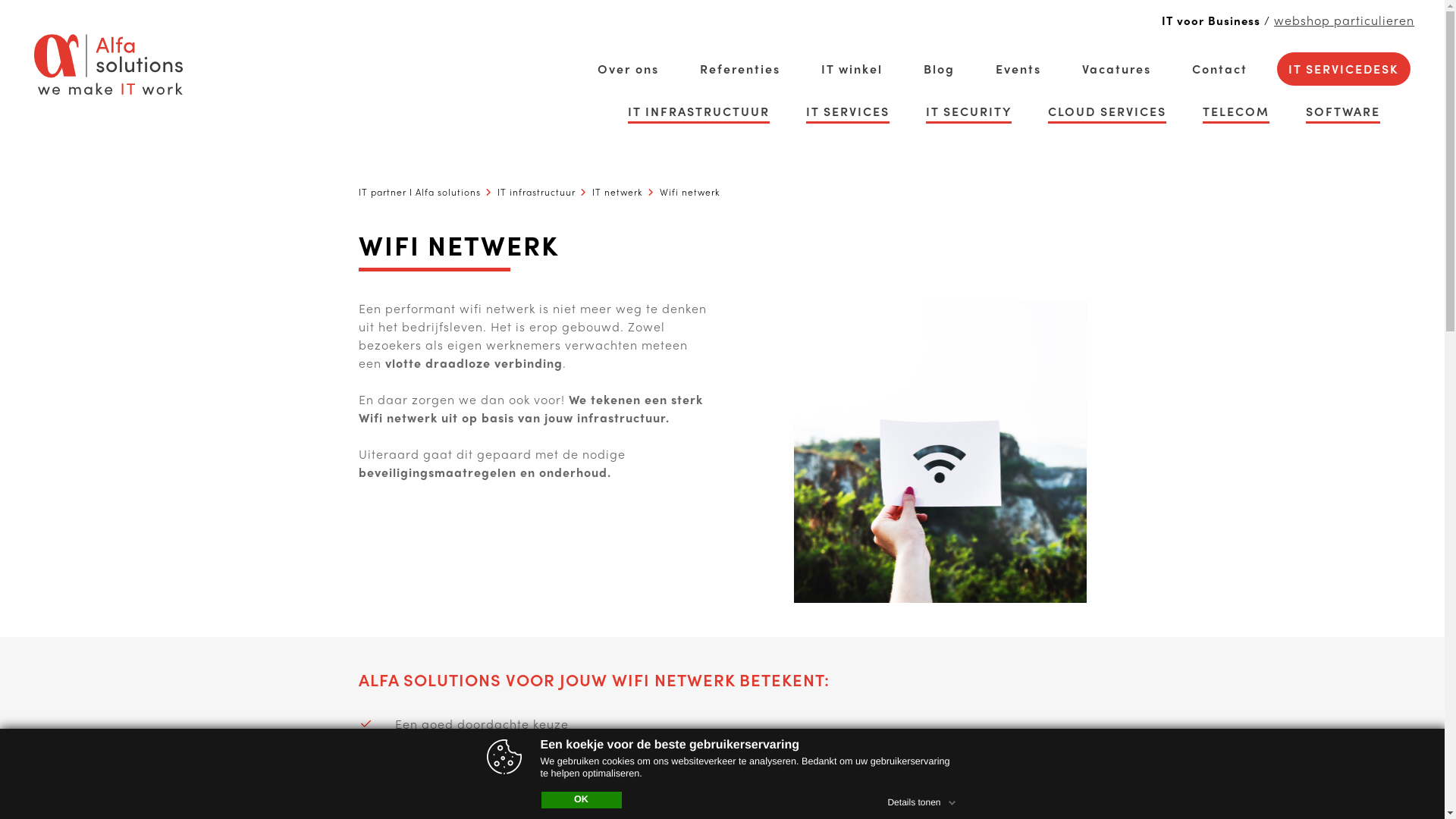 This screenshot has width=1456, height=819. What do you see at coordinates (536, 191) in the screenshot?
I see `'IT infrastructuur'` at bounding box center [536, 191].